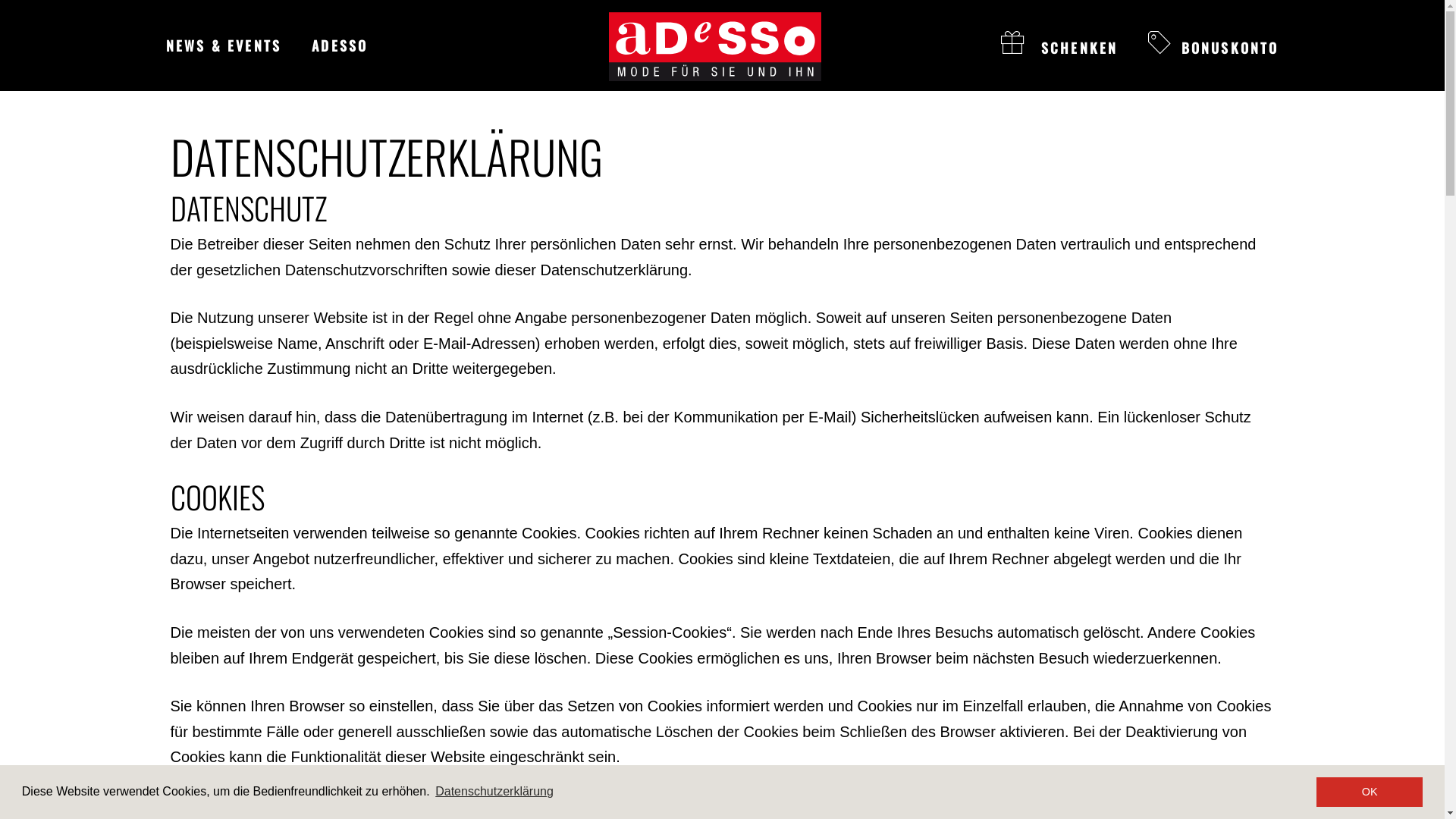 This screenshot has width=1456, height=819. What do you see at coordinates (1059, 46) in the screenshot?
I see `'SCHENKEN'` at bounding box center [1059, 46].